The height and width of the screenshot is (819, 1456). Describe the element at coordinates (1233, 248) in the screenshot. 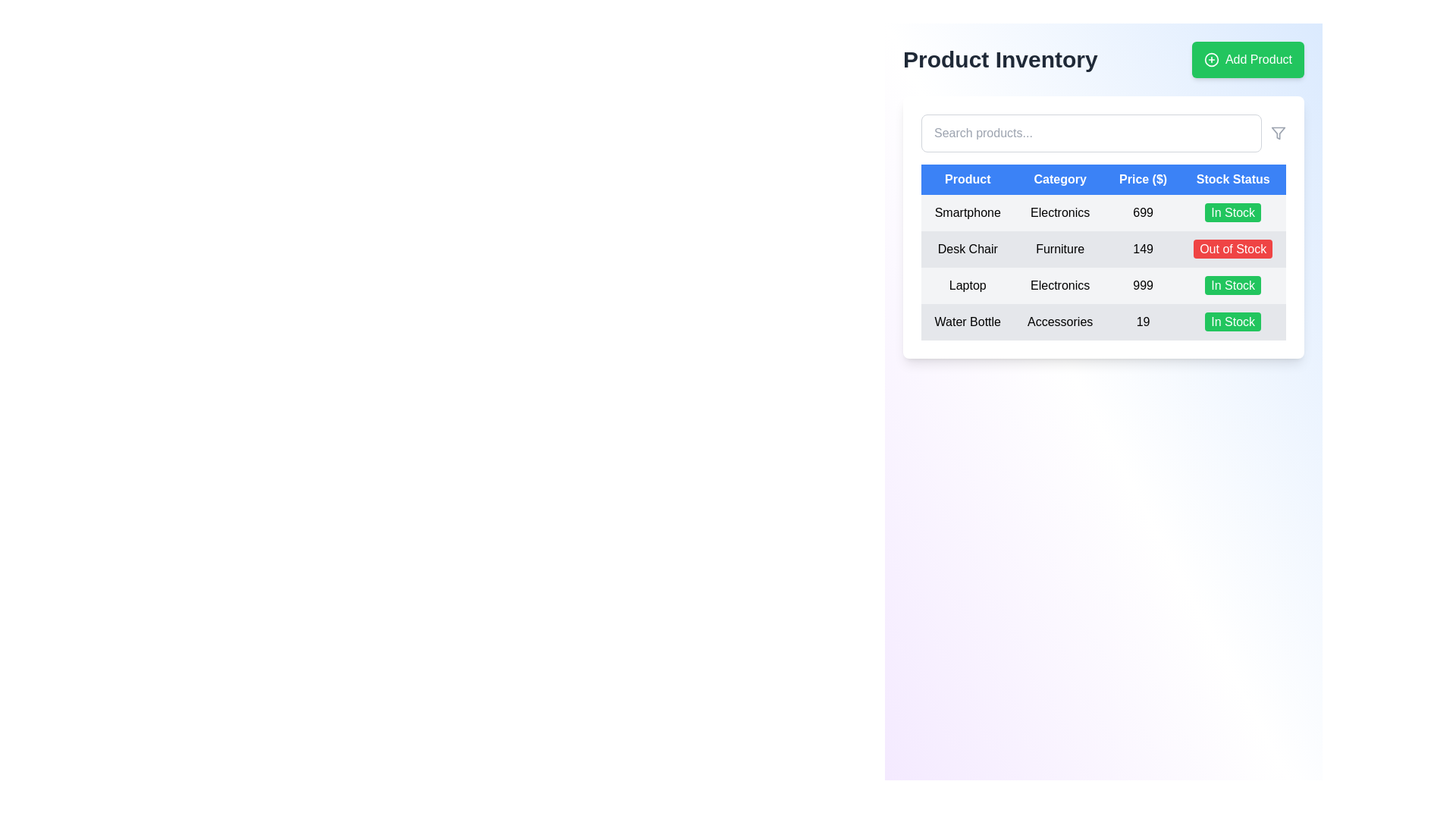

I see `the stock status indicator for the product 'Desk Chair' in the second row of the 'Stock Status' column, which indicates that the product is currently unavailable` at that location.